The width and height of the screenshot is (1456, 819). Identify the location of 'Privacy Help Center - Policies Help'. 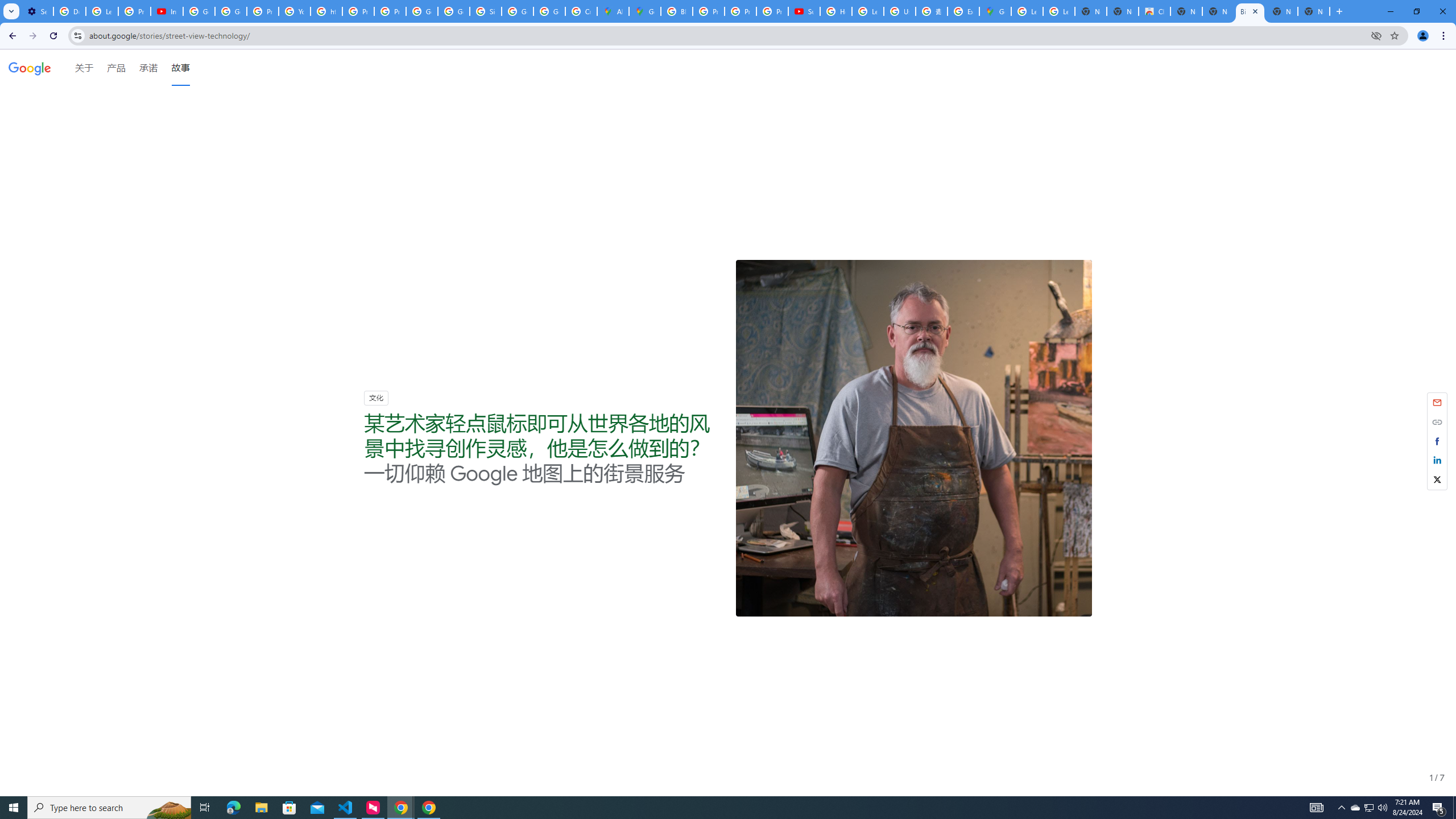
(739, 11).